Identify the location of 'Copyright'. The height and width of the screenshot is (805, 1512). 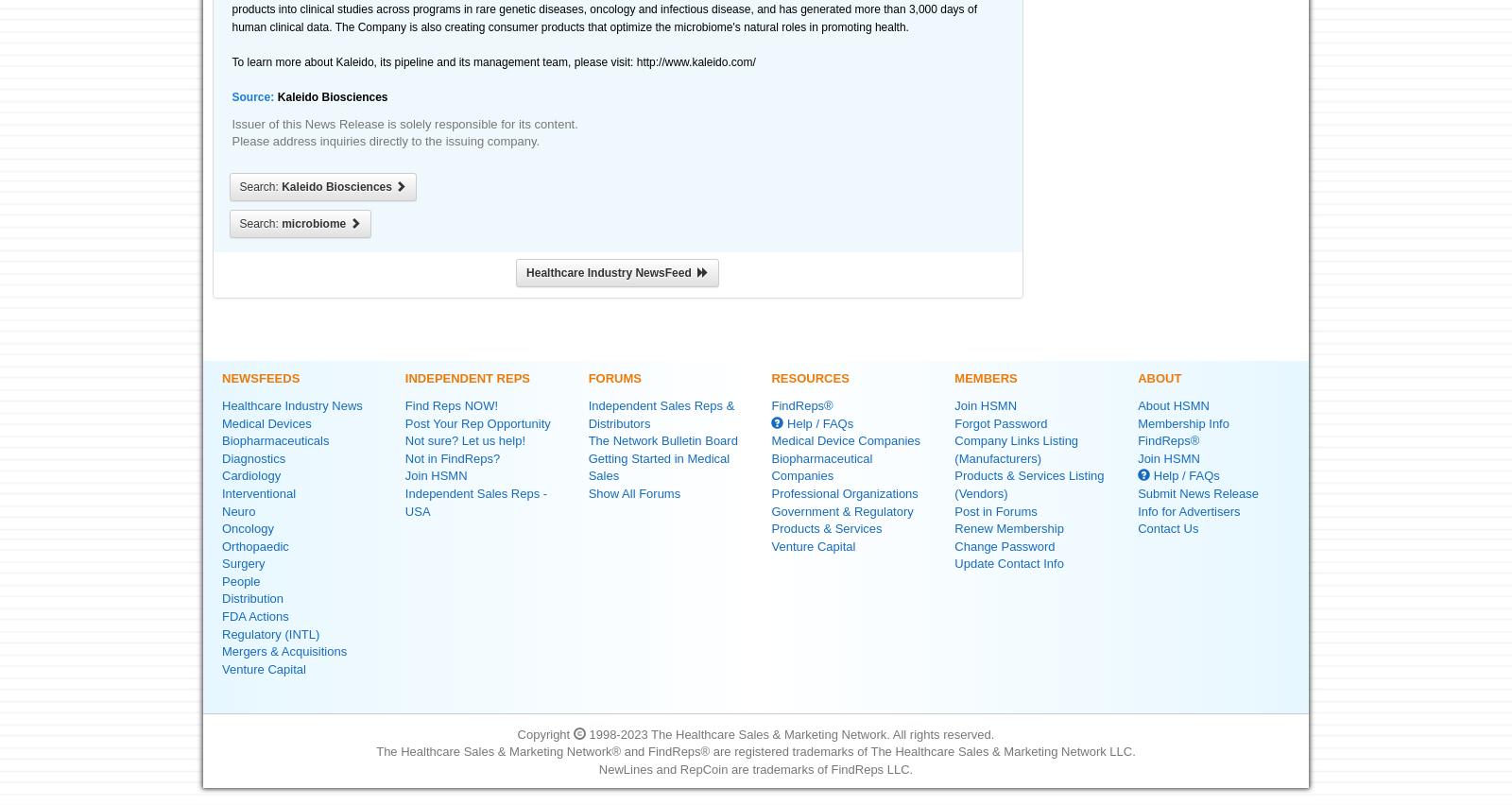
(543, 733).